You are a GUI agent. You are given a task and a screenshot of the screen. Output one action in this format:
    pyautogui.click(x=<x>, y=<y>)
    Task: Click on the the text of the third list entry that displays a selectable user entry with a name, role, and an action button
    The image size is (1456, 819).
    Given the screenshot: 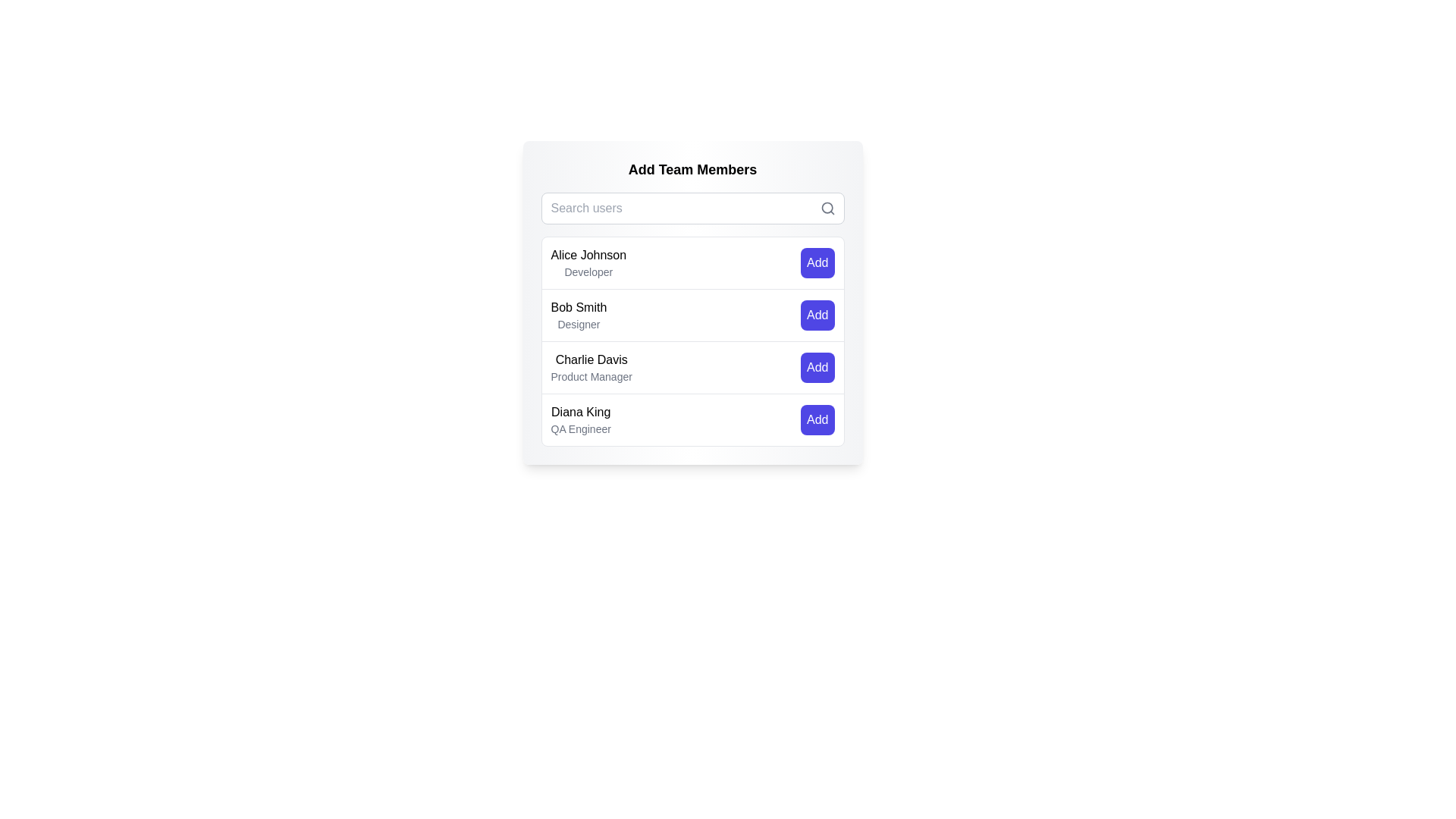 What is the action you would take?
    pyautogui.click(x=692, y=341)
    